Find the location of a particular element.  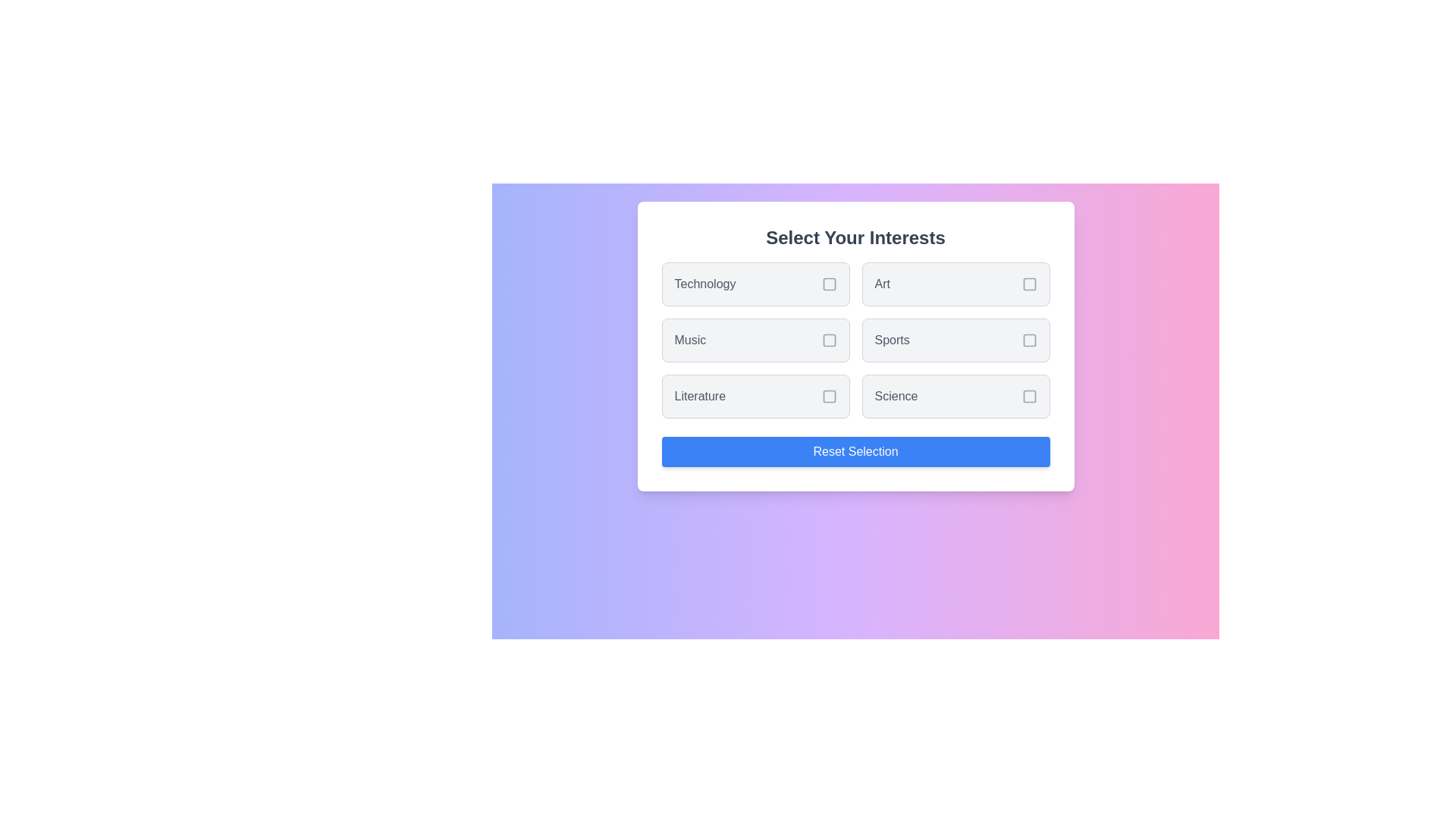

the interest item labeled Sports is located at coordinates (955, 339).